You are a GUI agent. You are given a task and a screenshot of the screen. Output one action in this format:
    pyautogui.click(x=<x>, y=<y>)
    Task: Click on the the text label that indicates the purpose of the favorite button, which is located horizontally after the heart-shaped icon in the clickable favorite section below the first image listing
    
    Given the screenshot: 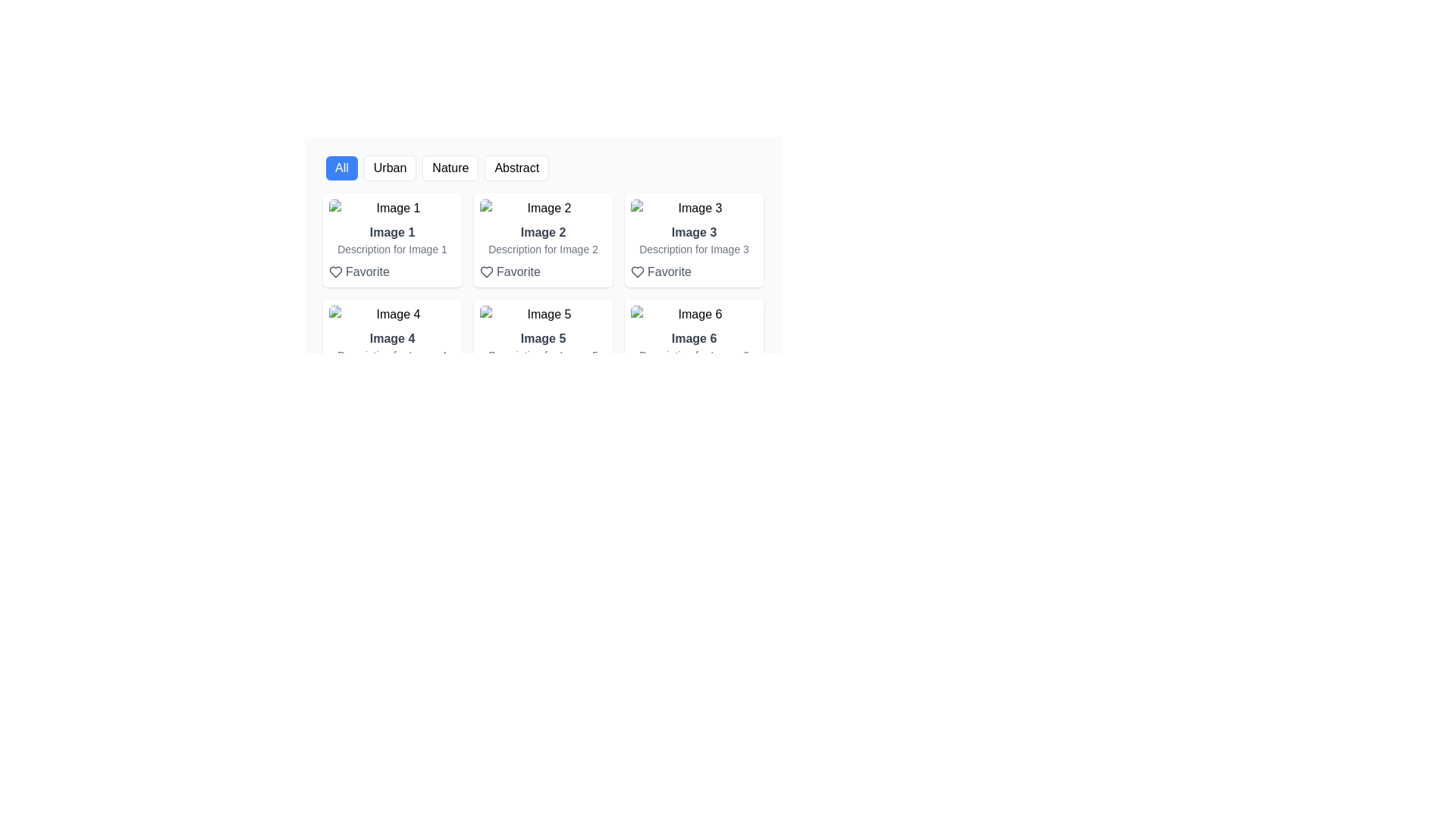 What is the action you would take?
    pyautogui.click(x=367, y=271)
    